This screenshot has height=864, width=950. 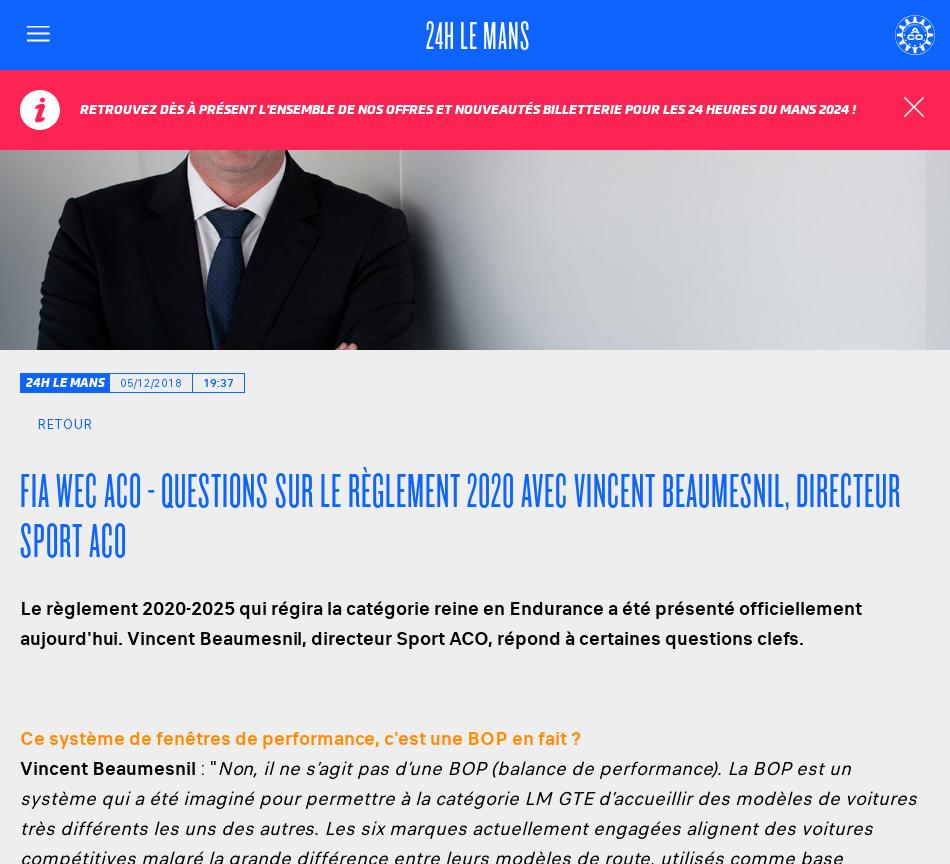 What do you see at coordinates (817, 34) in the screenshot?
I see `'Langue'` at bounding box center [817, 34].